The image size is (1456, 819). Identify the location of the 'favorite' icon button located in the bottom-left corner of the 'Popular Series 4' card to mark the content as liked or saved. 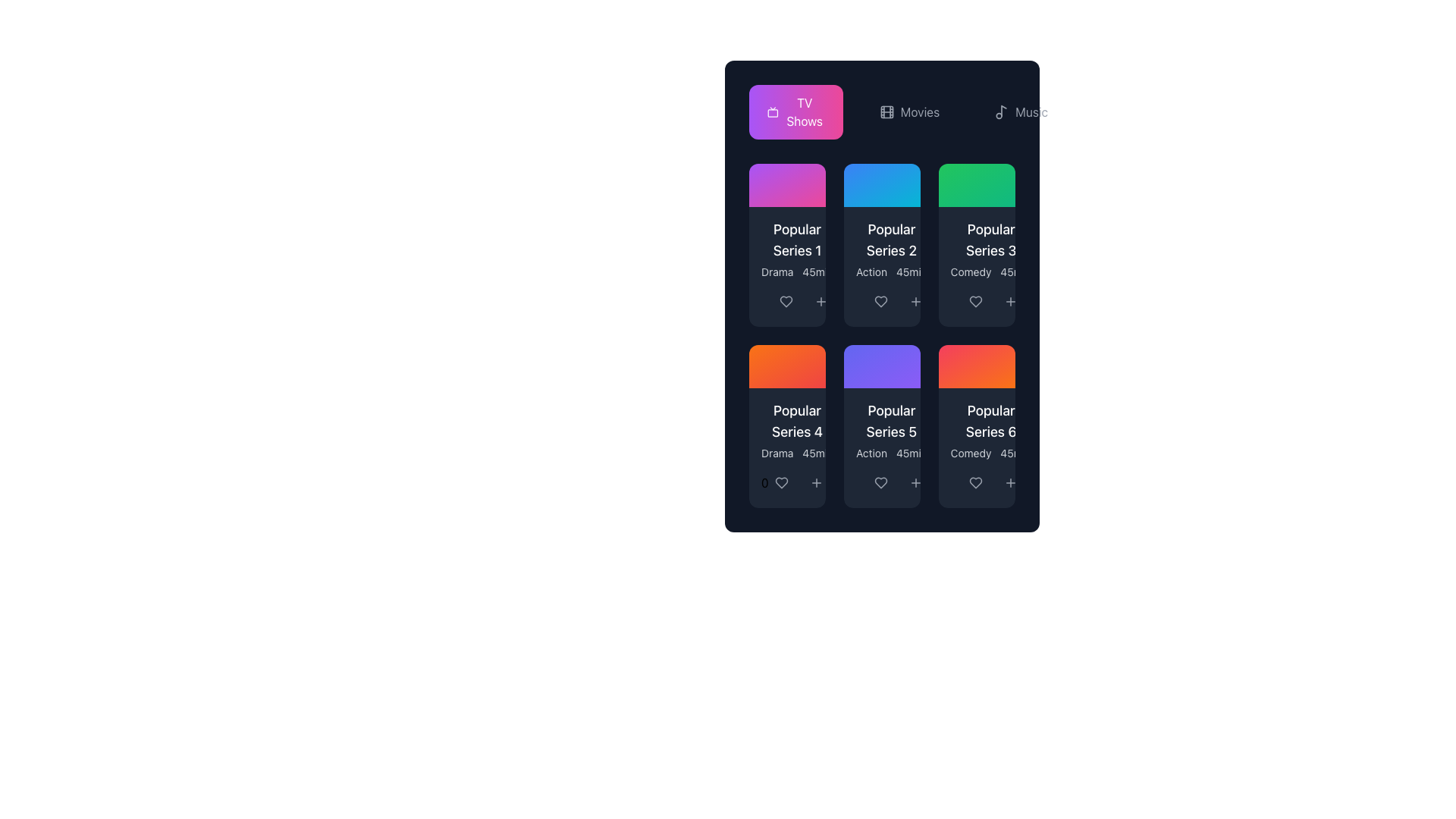
(781, 482).